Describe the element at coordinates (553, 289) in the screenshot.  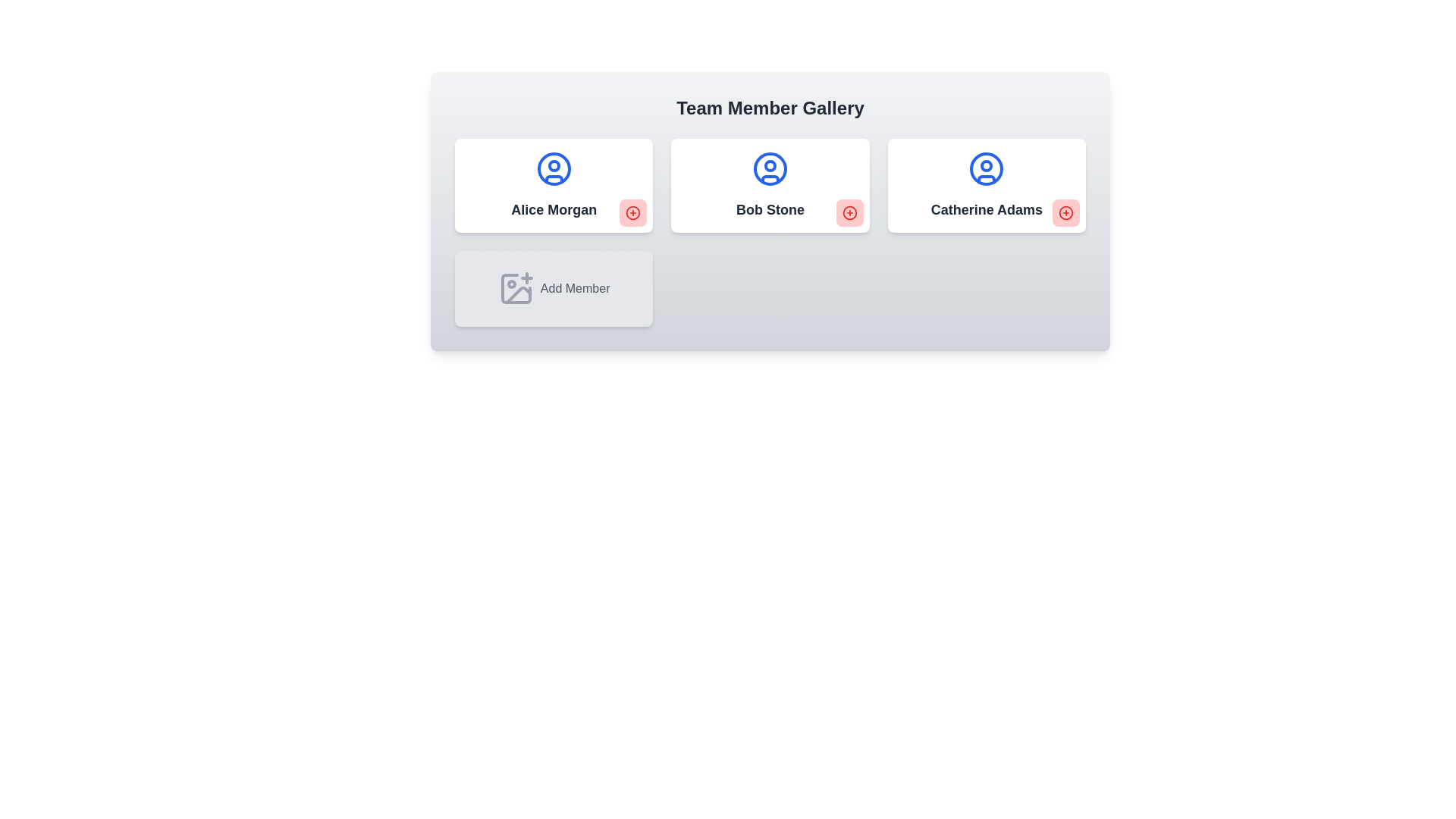
I see `the Add Member button located in the bottom-left corner of the interface` at that location.